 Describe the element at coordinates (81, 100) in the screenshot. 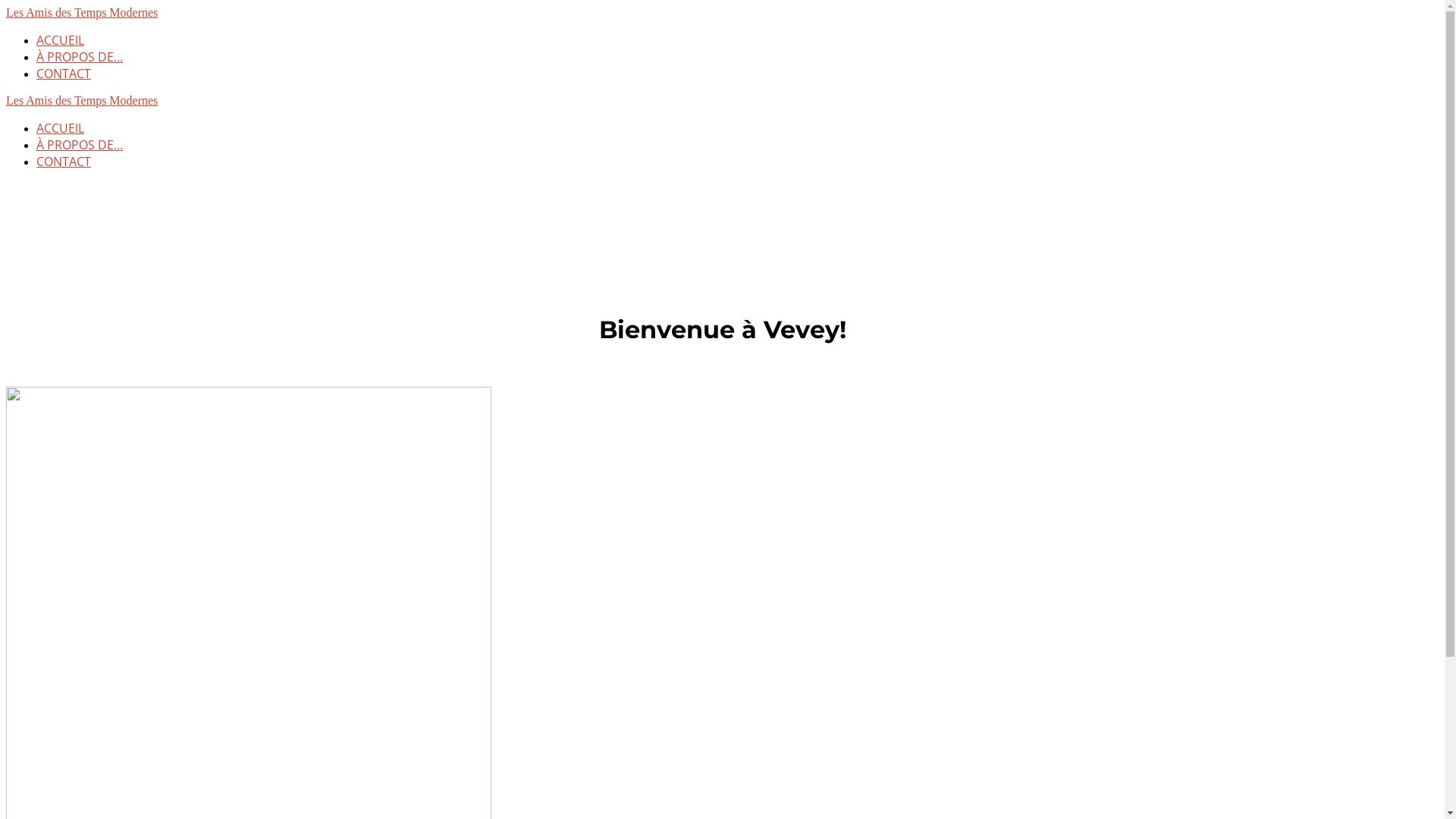

I see `'Les Amis des Temps Modernes'` at that location.